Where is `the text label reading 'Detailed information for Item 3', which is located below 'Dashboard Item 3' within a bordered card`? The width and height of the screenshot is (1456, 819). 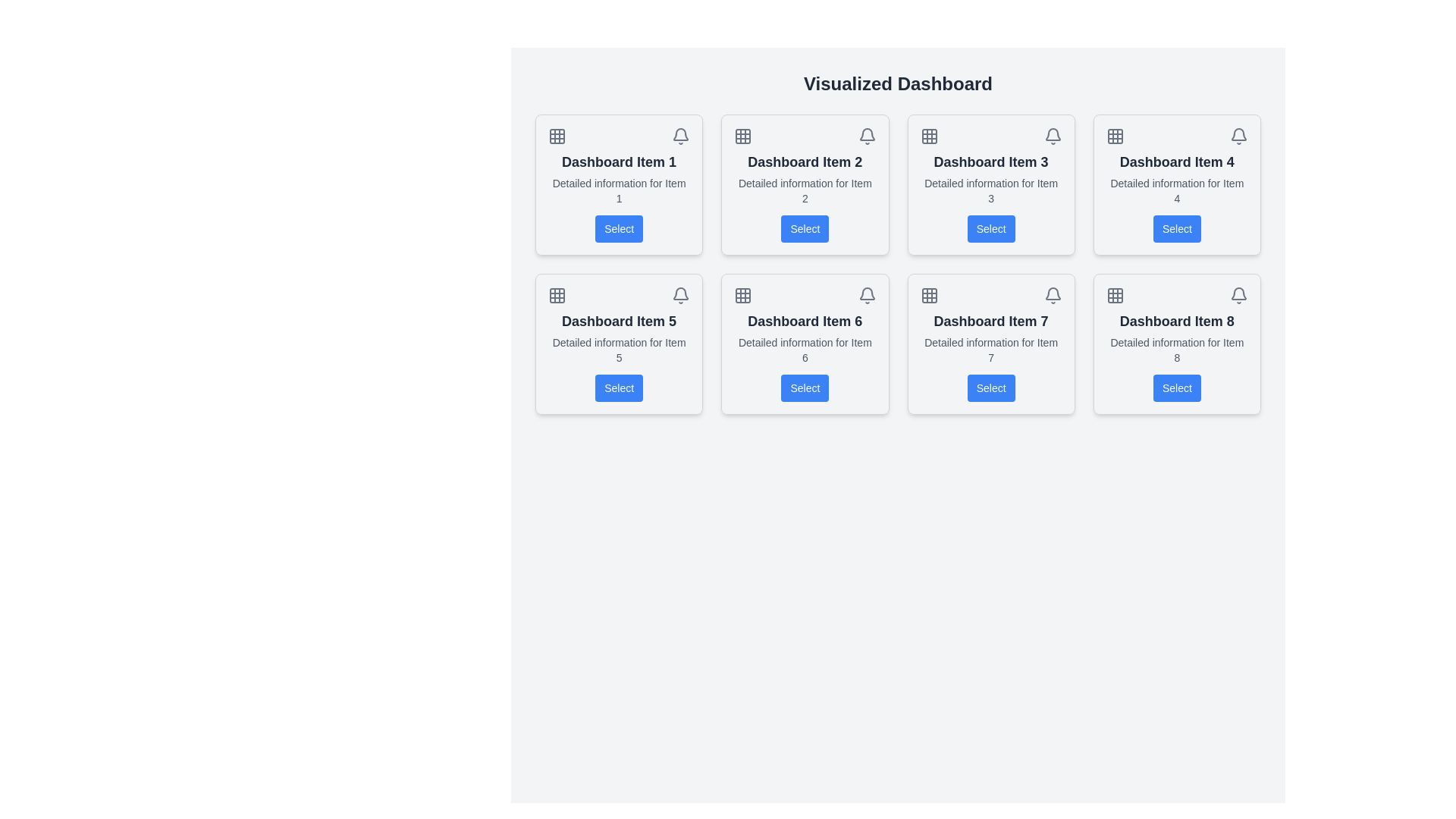
the text label reading 'Detailed information for Item 3', which is located below 'Dashboard Item 3' within a bordered card is located at coordinates (991, 190).